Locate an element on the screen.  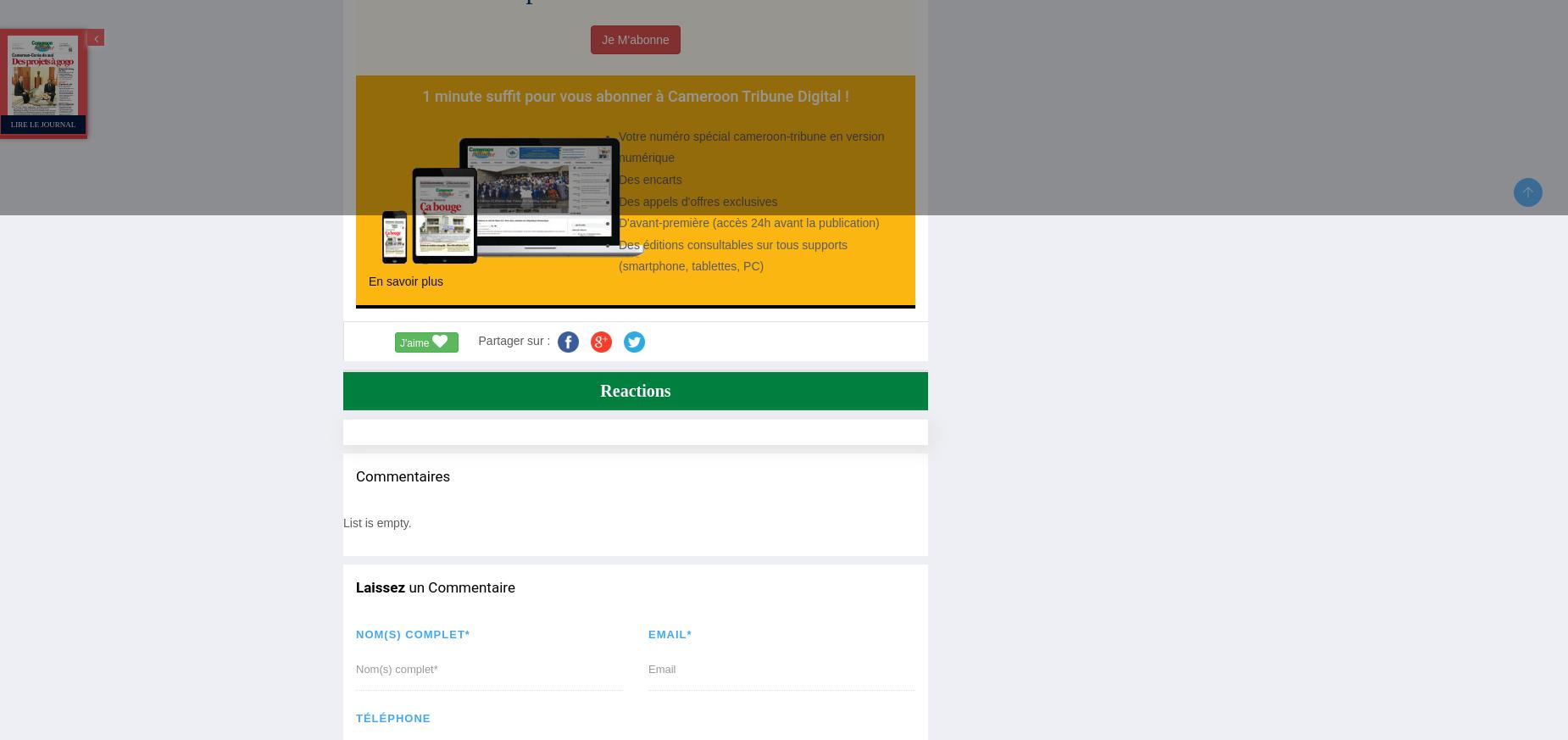
'Des encarts' is located at coordinates (650, 178).